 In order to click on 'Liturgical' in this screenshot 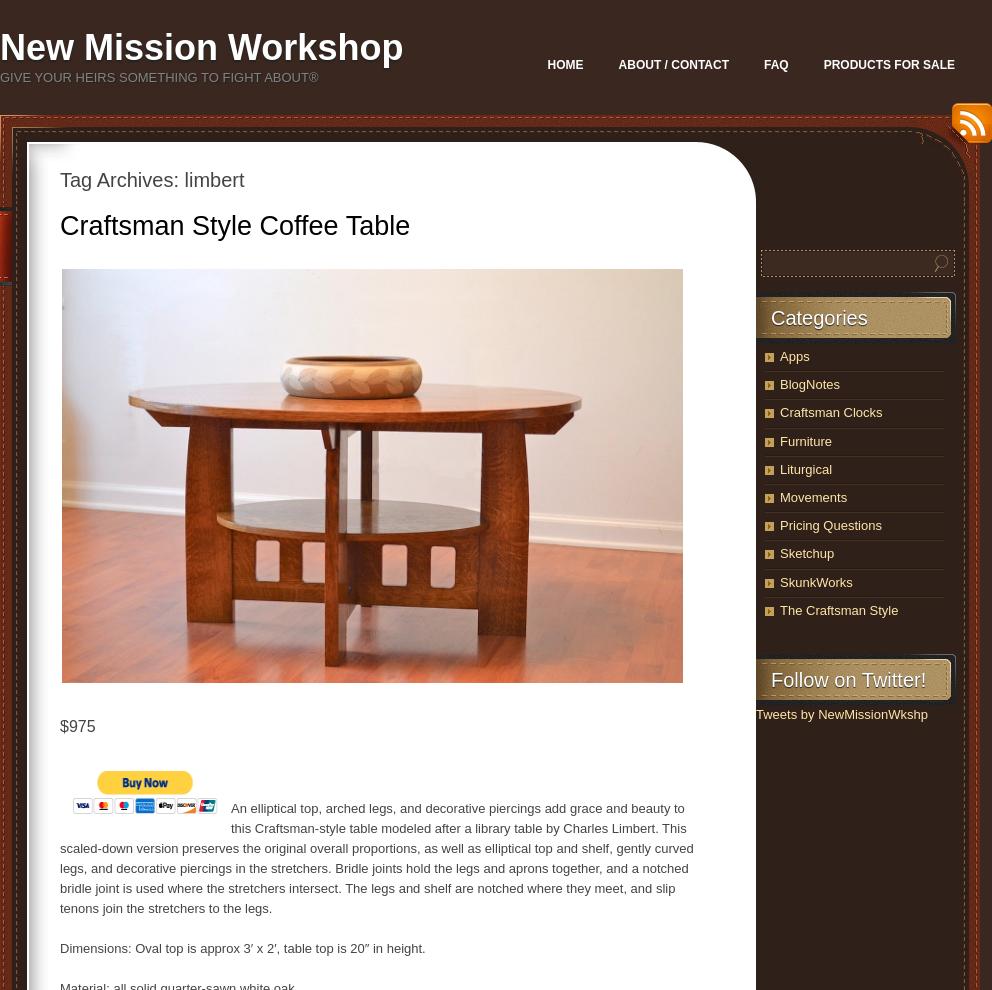, I will do `click(779, 468)`.